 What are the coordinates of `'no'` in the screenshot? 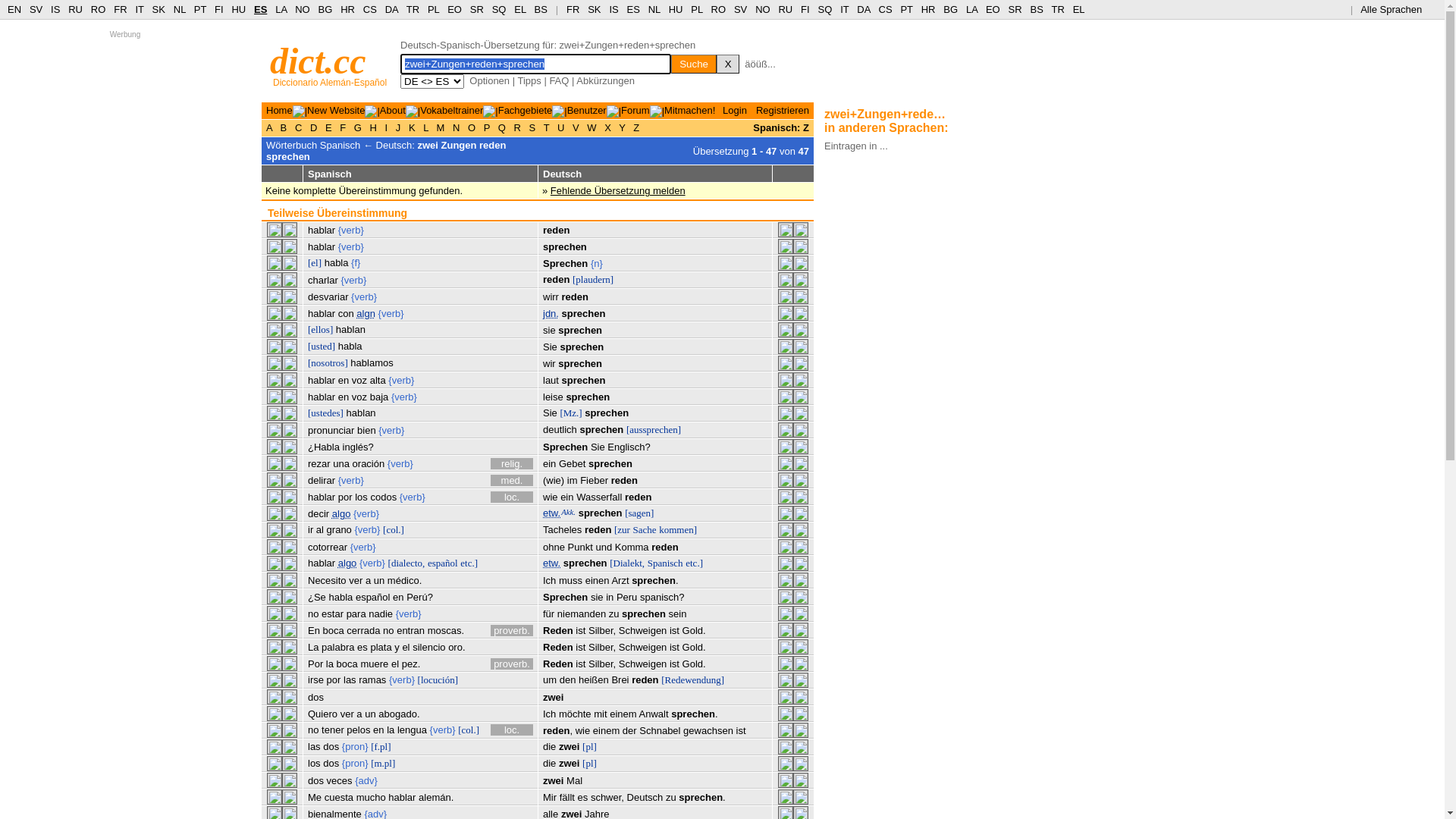 It's located at (382, 630).